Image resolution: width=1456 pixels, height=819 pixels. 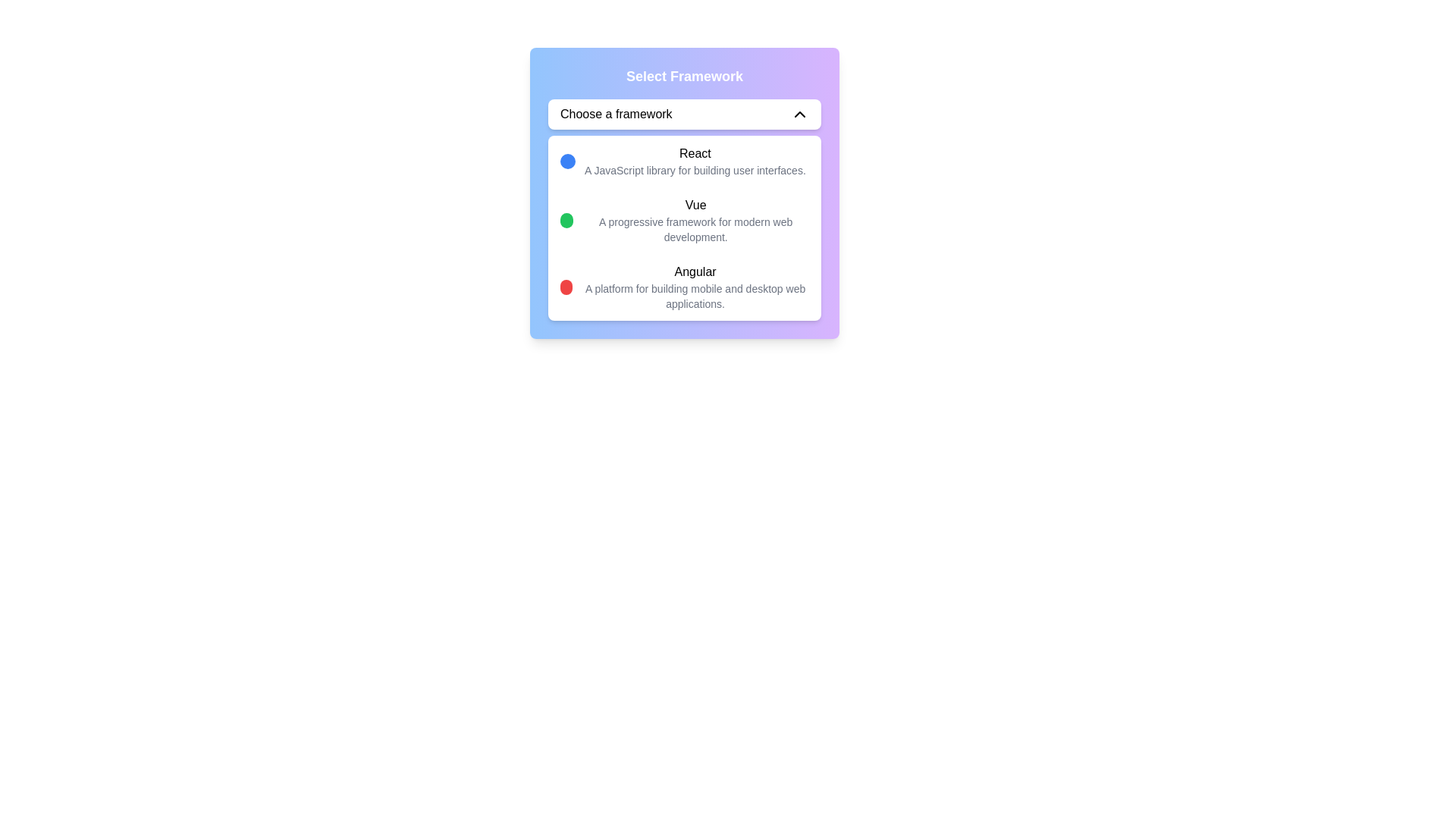 What do you see at coordinates (695, 220) in the screenshot?
I see `the informative text block that represents the Vue framework option in the framework selection menu, located in the middle section of the selectable list` at bounding box center [695, 220].